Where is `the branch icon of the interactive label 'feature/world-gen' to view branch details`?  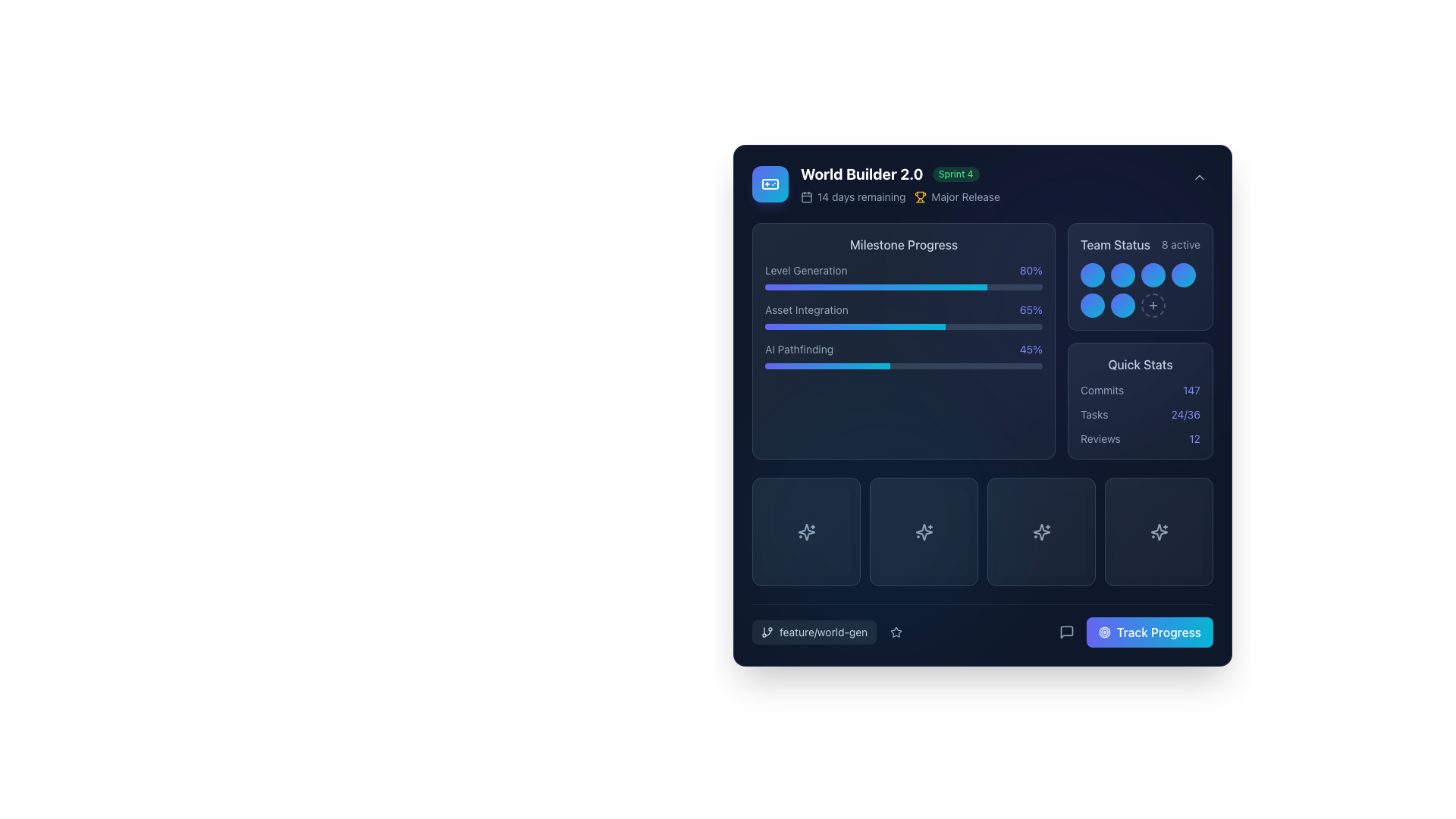 the branch icon of the interactive label 'feature/world-gen' to view branch details is located at coordinates (829, 632).